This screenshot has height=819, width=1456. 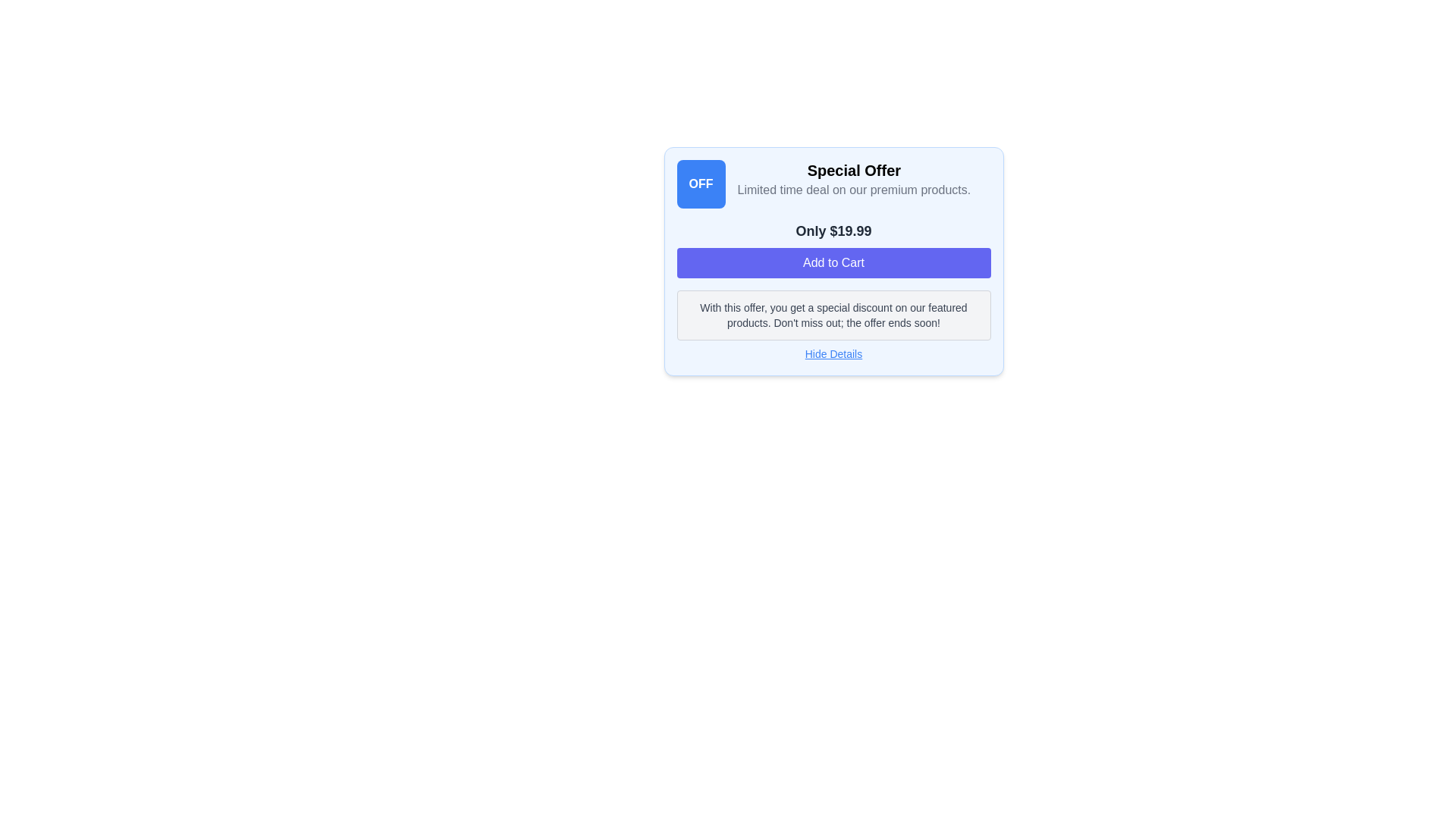 What do you see at coordinates (700, 184) in the screenshot?
I see `the blue rounded square label containing the bold white text 'OFF', which is the first item in a horizontally-aligned group` at bounding box center [700, 184].